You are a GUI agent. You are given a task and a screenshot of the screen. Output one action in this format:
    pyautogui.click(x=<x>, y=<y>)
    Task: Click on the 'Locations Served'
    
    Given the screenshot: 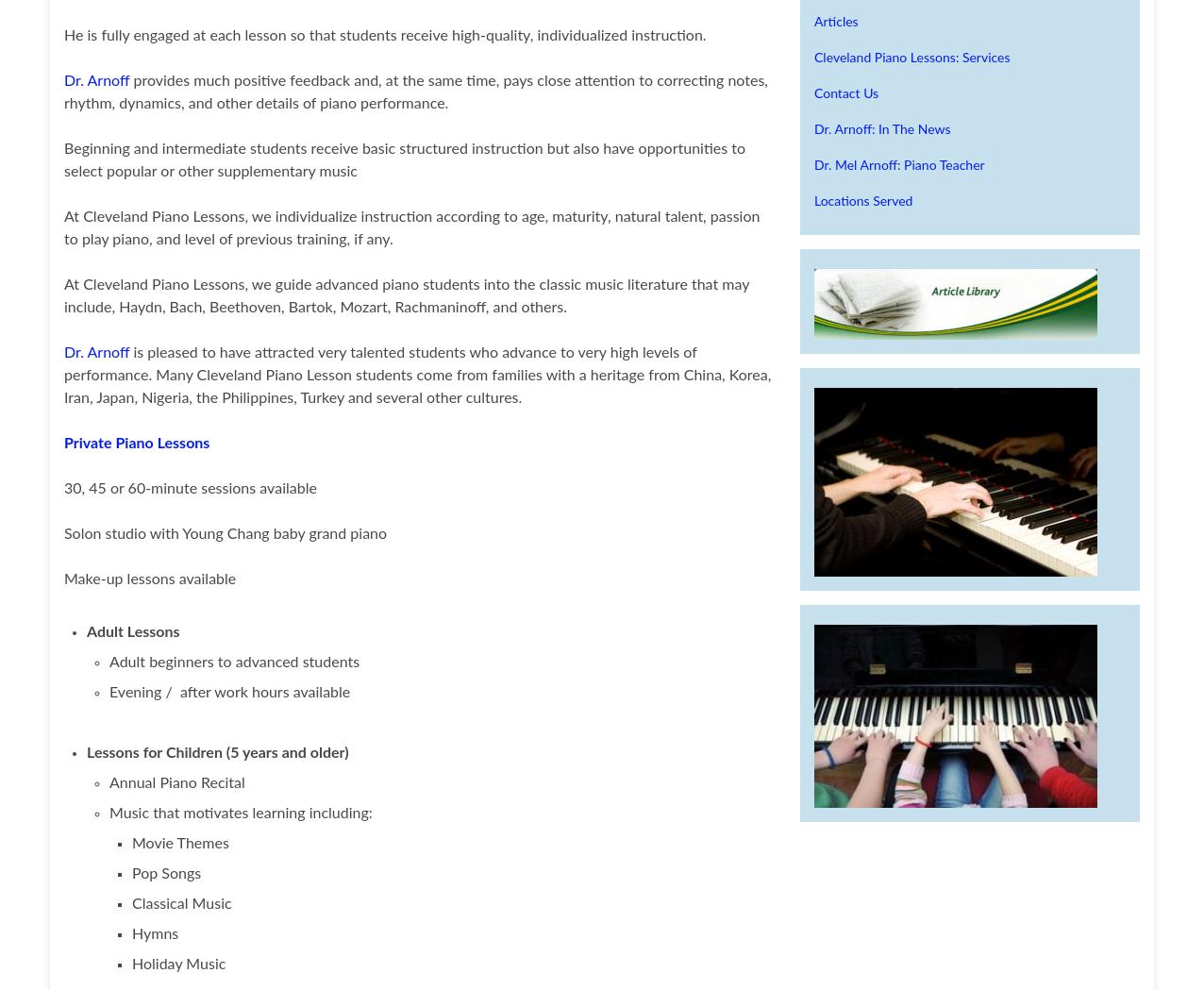 What is the action you would take?
    pyautogui.click(x=862, y=201)
    